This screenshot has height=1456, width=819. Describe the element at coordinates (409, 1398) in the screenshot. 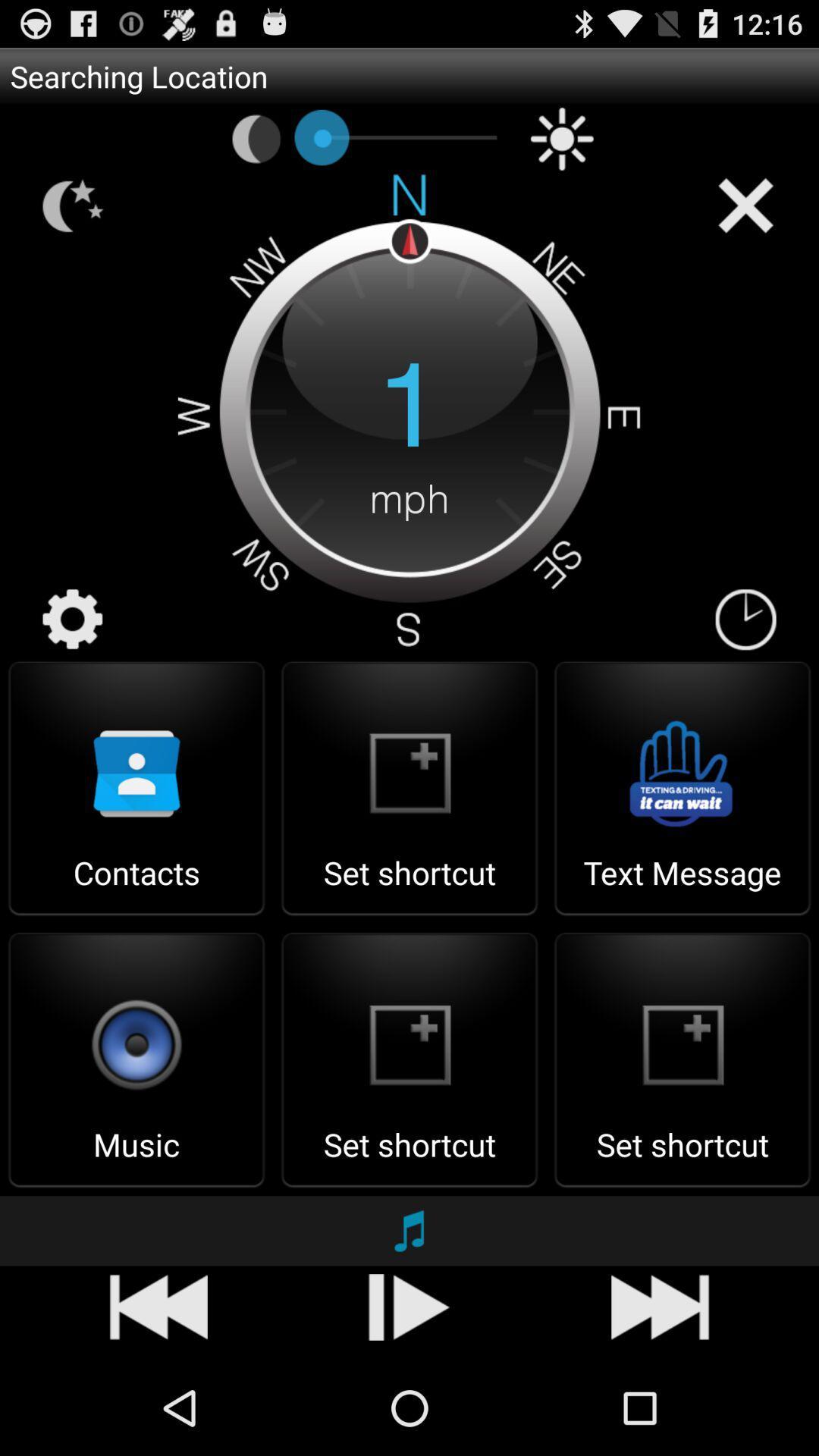

I see `the skip_next icon` at that location.